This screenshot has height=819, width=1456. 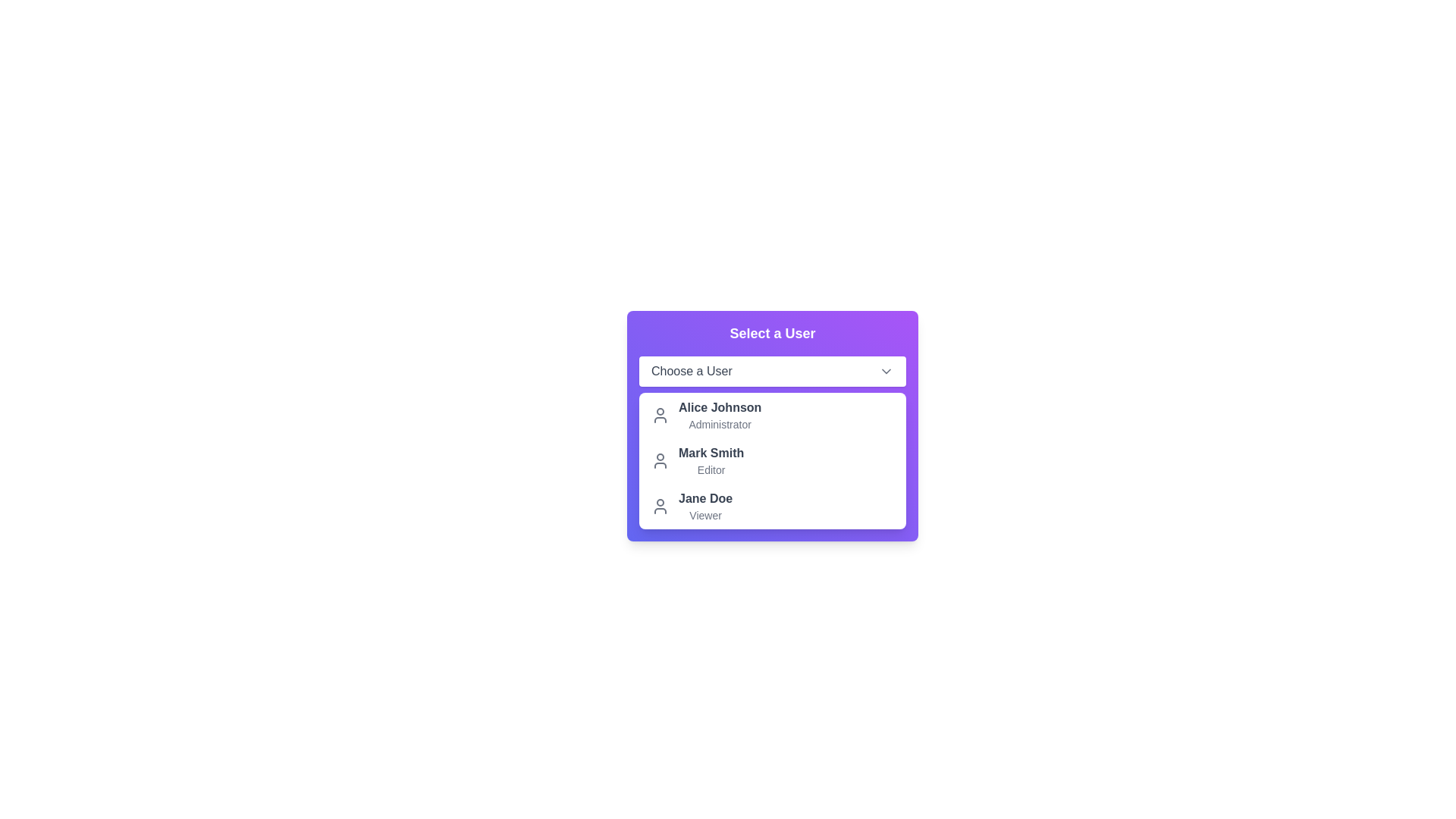 What do you see at coordinates (704, 506) in the screenshot?
I see `the text label displaying 'Jane Doe' as 'Viewer' in the dropdown menu, which is the third option in the list` at bounding box center [704, 506].